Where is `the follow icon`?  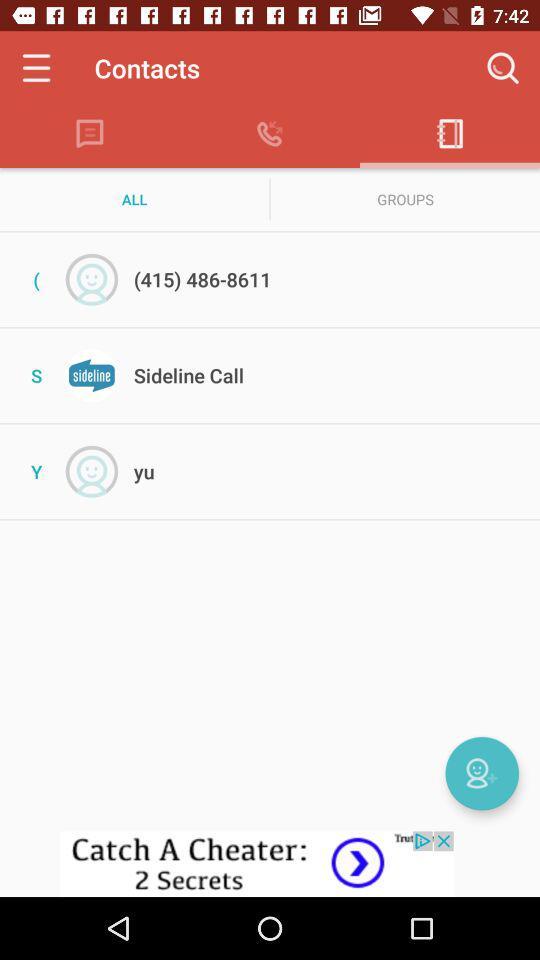
the follow icon is located at coordinates (481, 772).